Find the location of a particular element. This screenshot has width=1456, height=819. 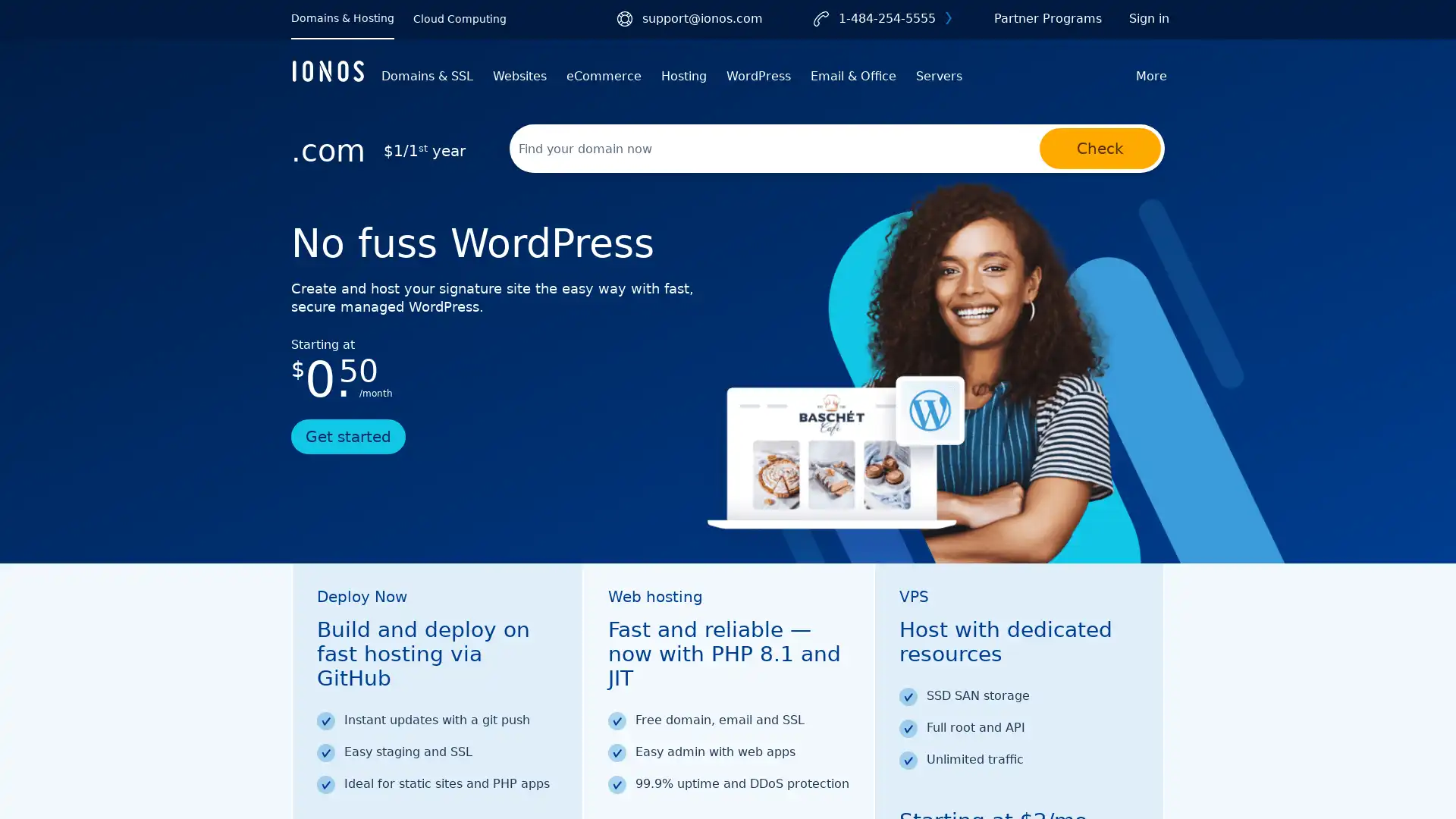

Domains & SSL is located at coordinates (425, 76).